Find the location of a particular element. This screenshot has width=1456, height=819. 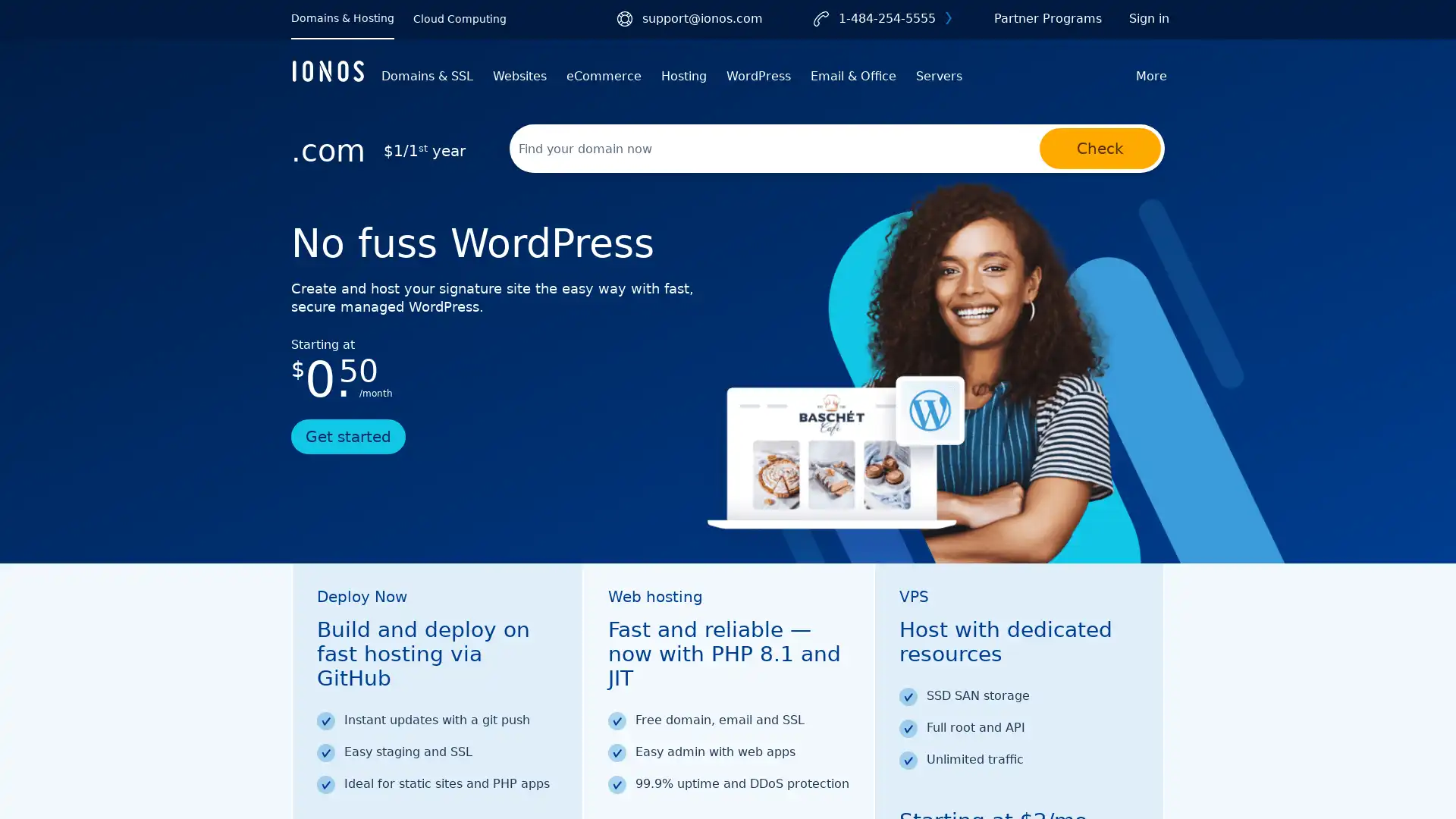

Domains & SSL is located at coordinates (425, 76).